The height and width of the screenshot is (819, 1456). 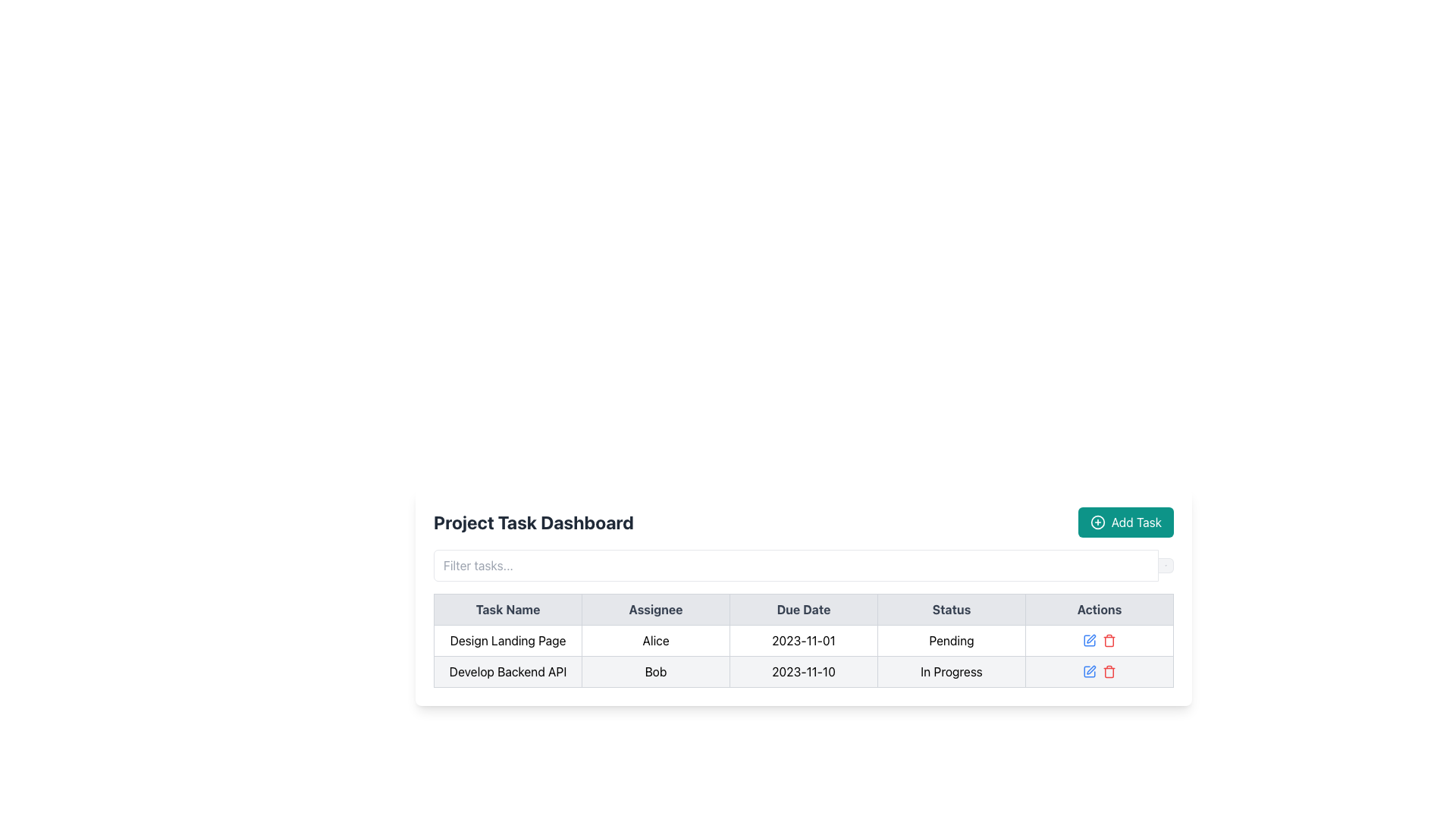 I want to click on the Icon Component, which is a rectangular design with rounded corners located in the far right section of the 'Actions' column in the task table, so click(x=1088, y=671).